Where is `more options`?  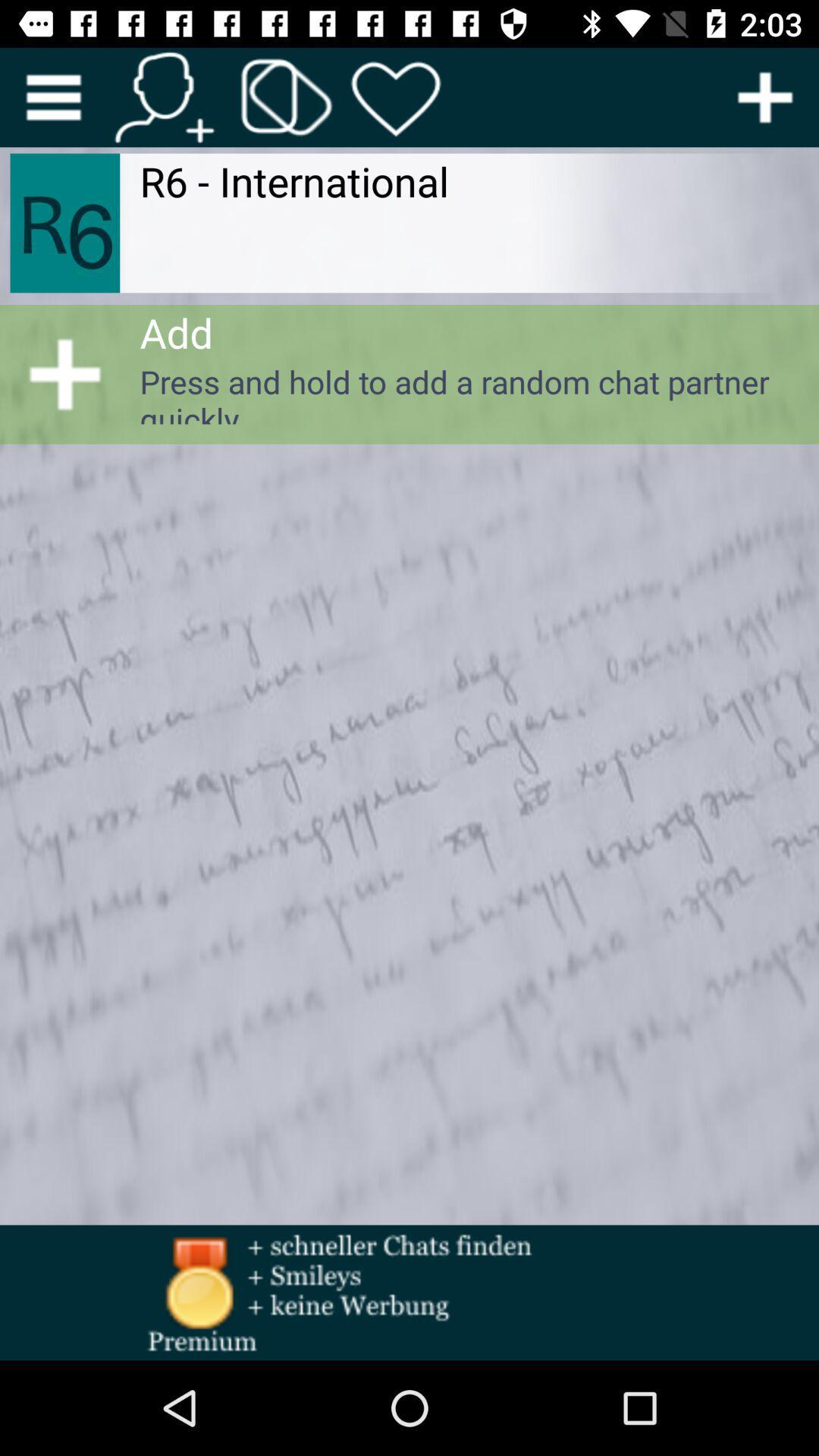
more options is located at coordinates (52, 96).